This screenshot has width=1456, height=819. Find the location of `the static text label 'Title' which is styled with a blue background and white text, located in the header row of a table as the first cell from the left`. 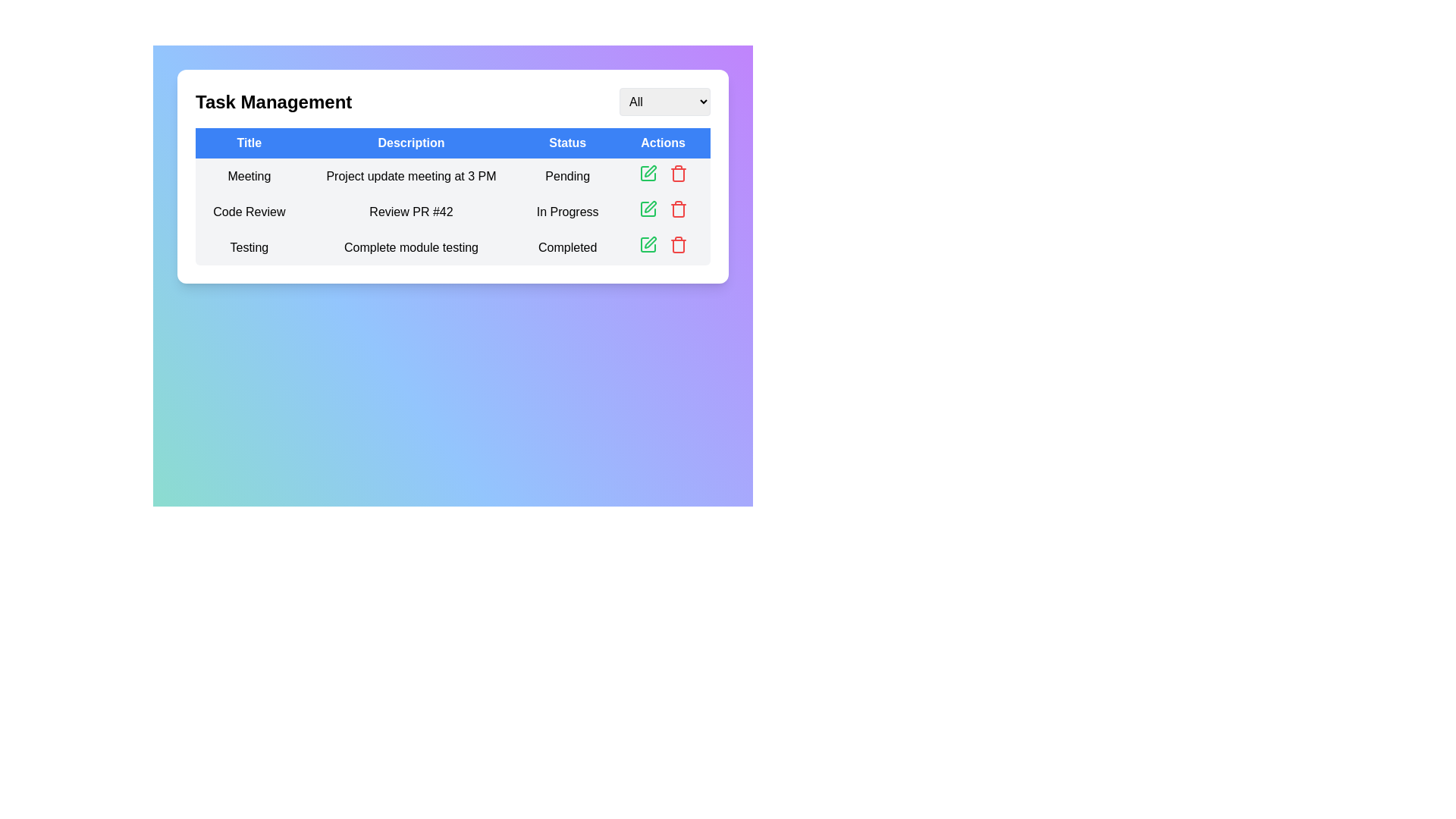

the static text label 'Title' which is styled with a blue background and white text, located in the header row of a table as the first cell from the left is located at coordinates (249, 143).